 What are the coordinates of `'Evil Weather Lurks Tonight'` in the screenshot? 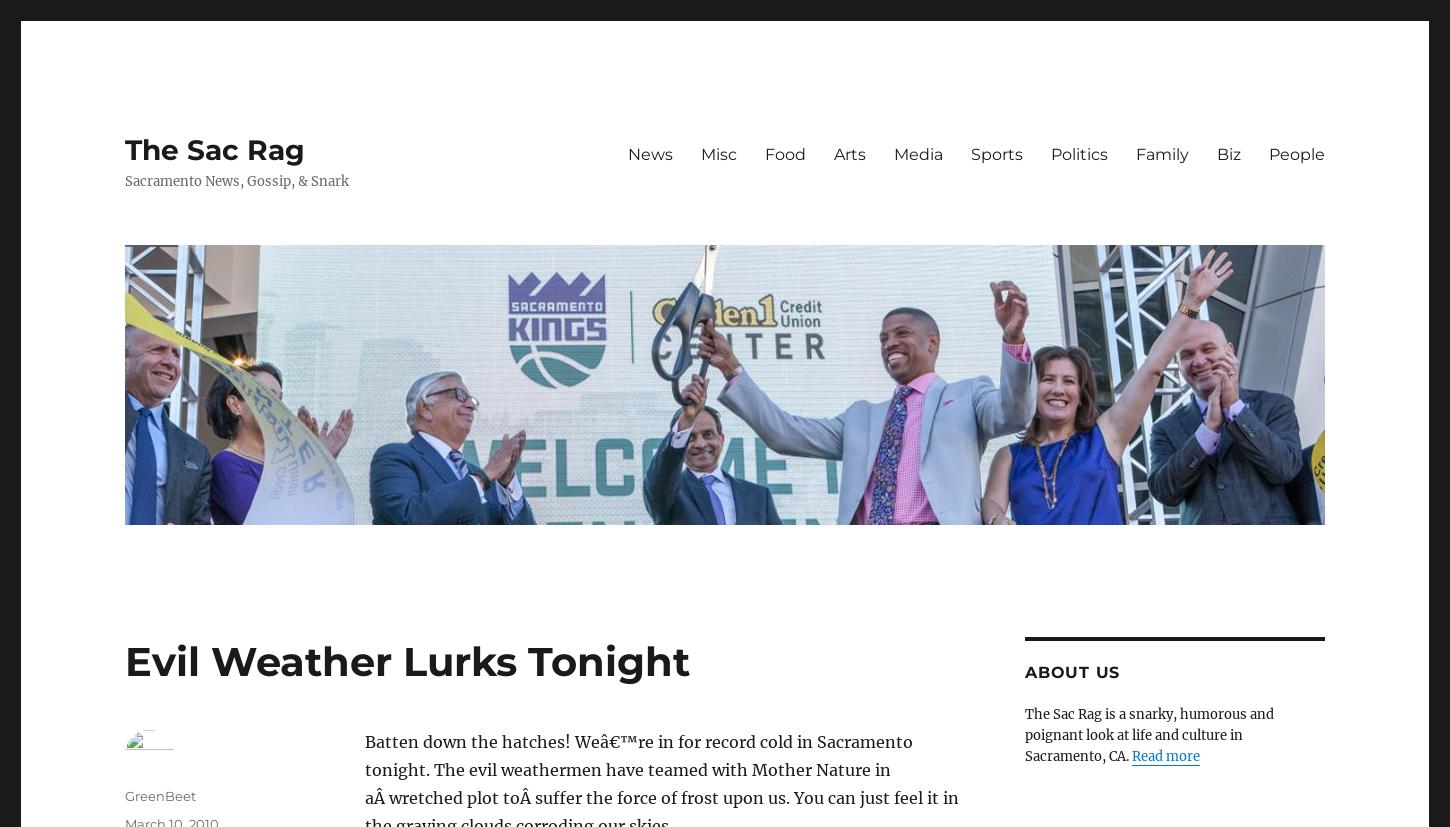 It's located at (123, 661).